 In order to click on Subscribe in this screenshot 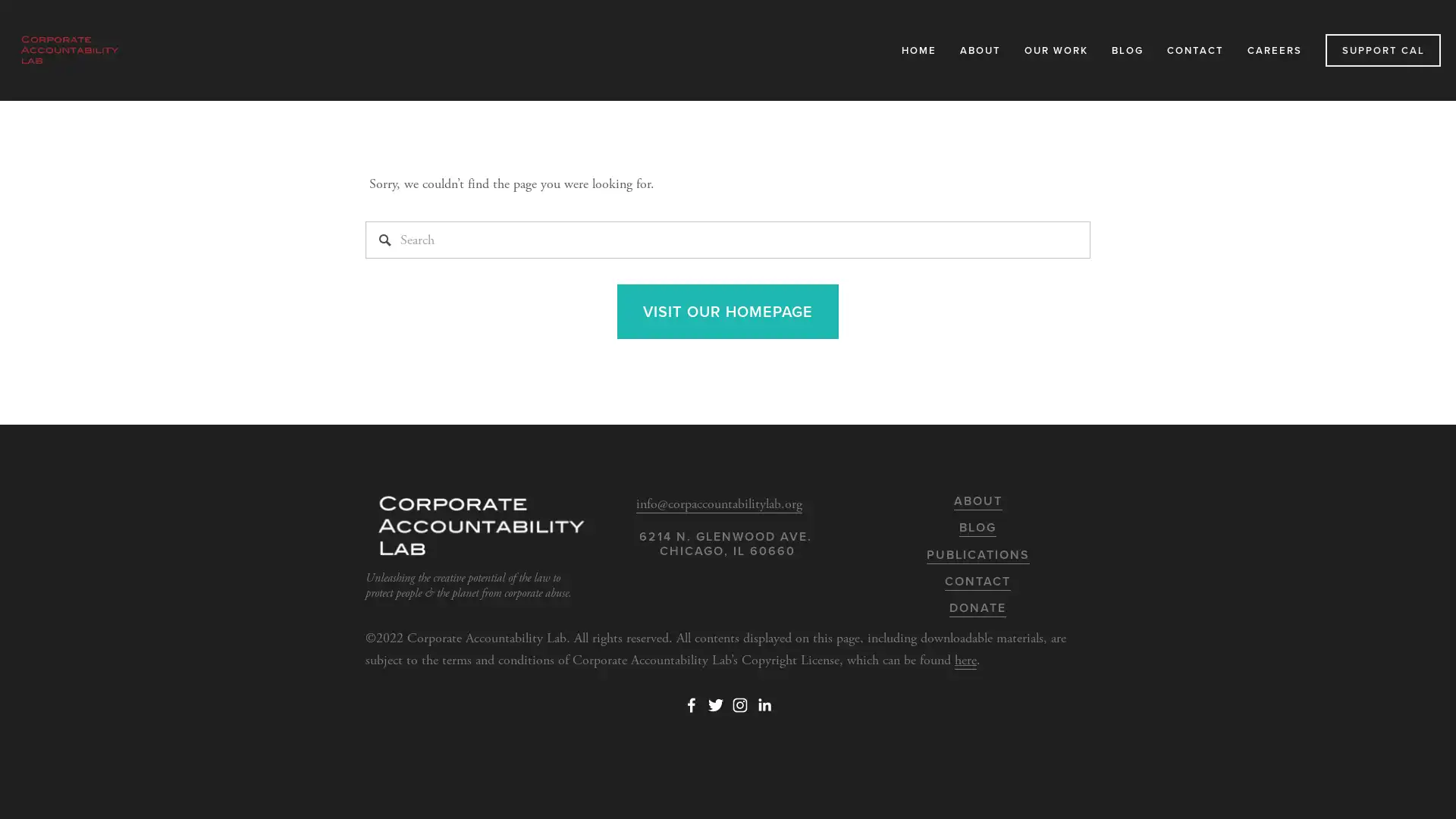, I will do `click(856, 399)`.